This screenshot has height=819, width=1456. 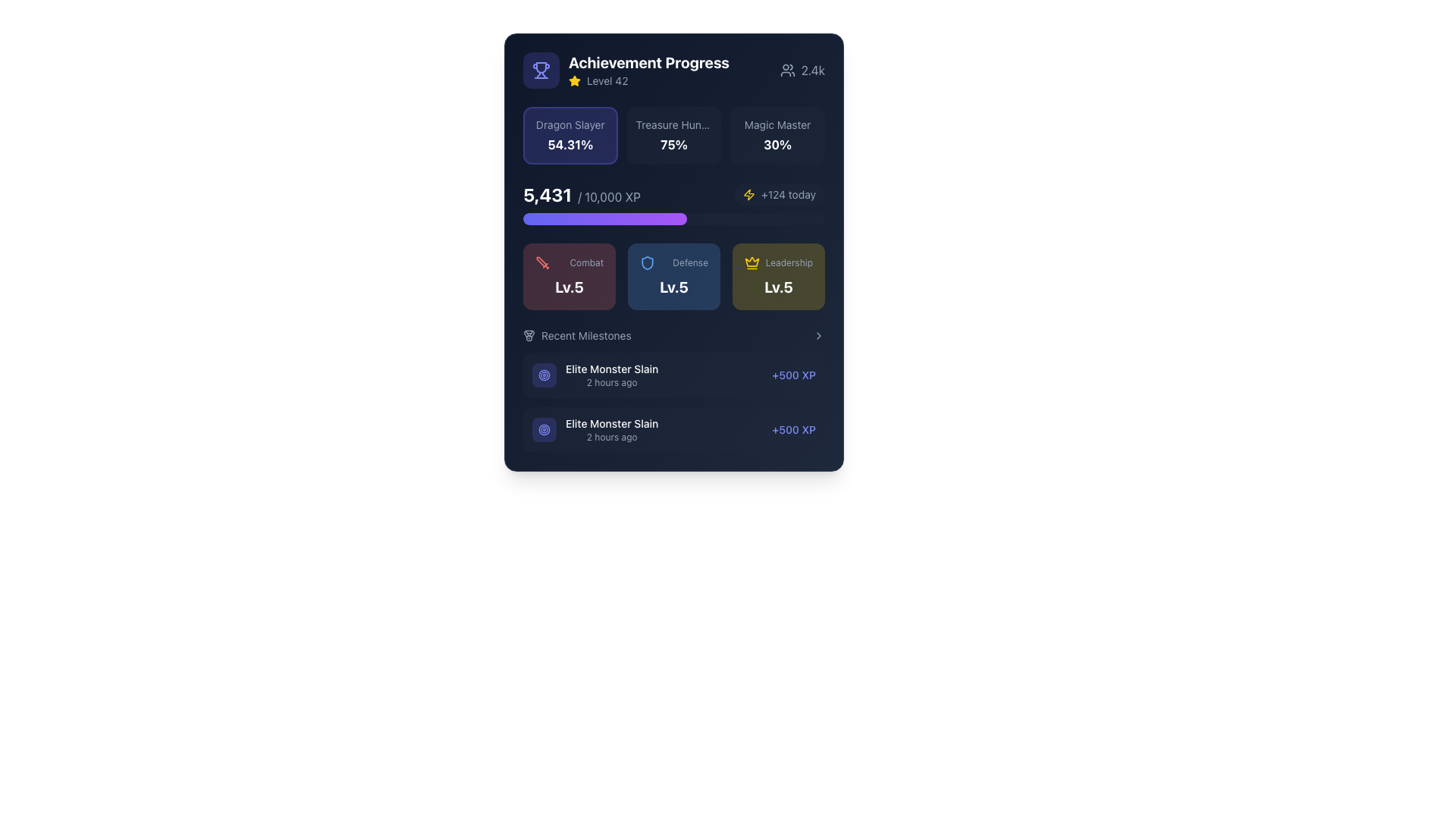 I want to click on text label 'Elite Monster Slain' located in the 'Recent Milestones' section, styled in a white sans-serif font on a dark background, so click(x=612, y=369).